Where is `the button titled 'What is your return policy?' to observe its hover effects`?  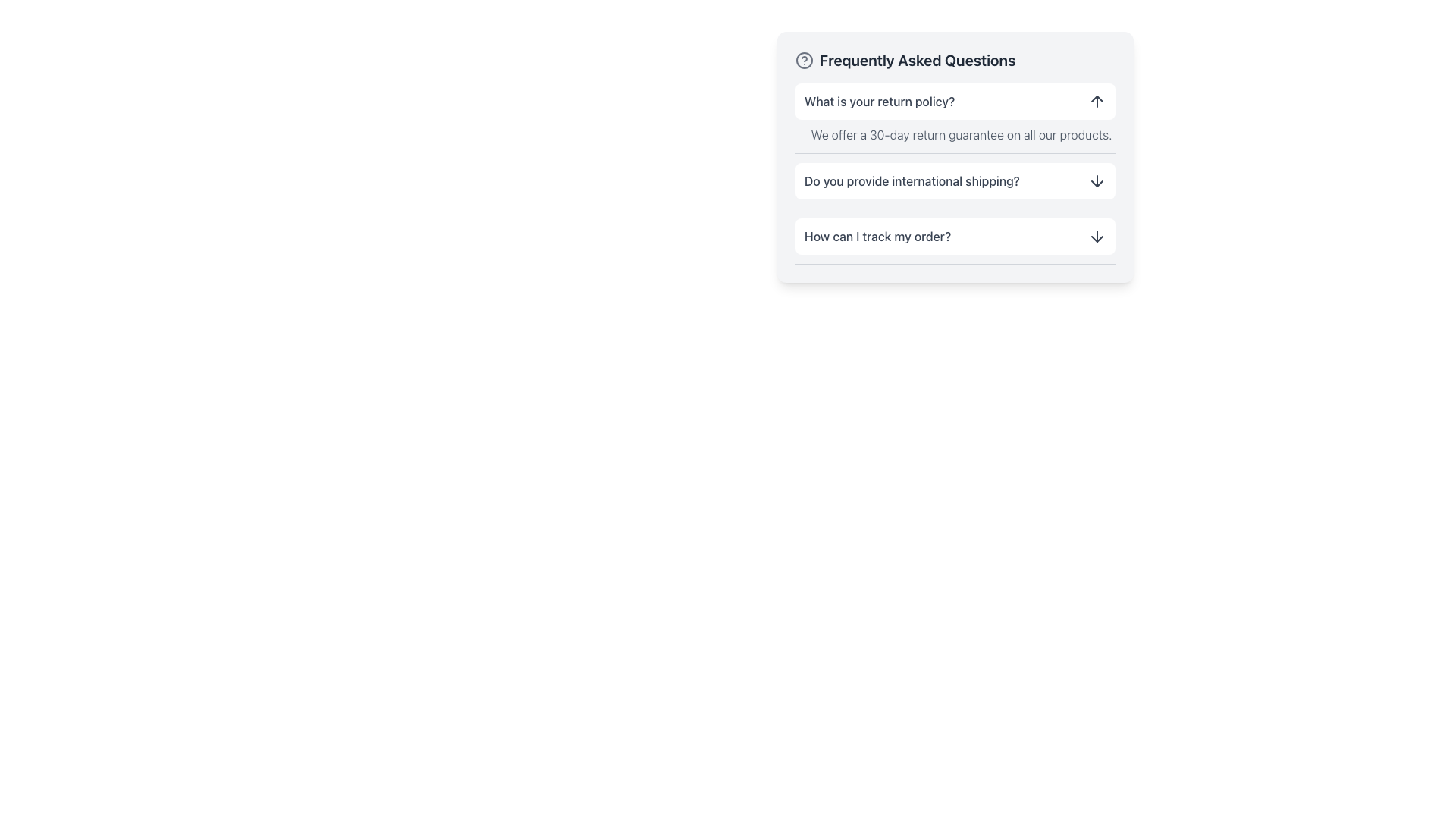
the button titled 'What is your return policy?' to observe its hover effects is located at coordinates (954, 102).